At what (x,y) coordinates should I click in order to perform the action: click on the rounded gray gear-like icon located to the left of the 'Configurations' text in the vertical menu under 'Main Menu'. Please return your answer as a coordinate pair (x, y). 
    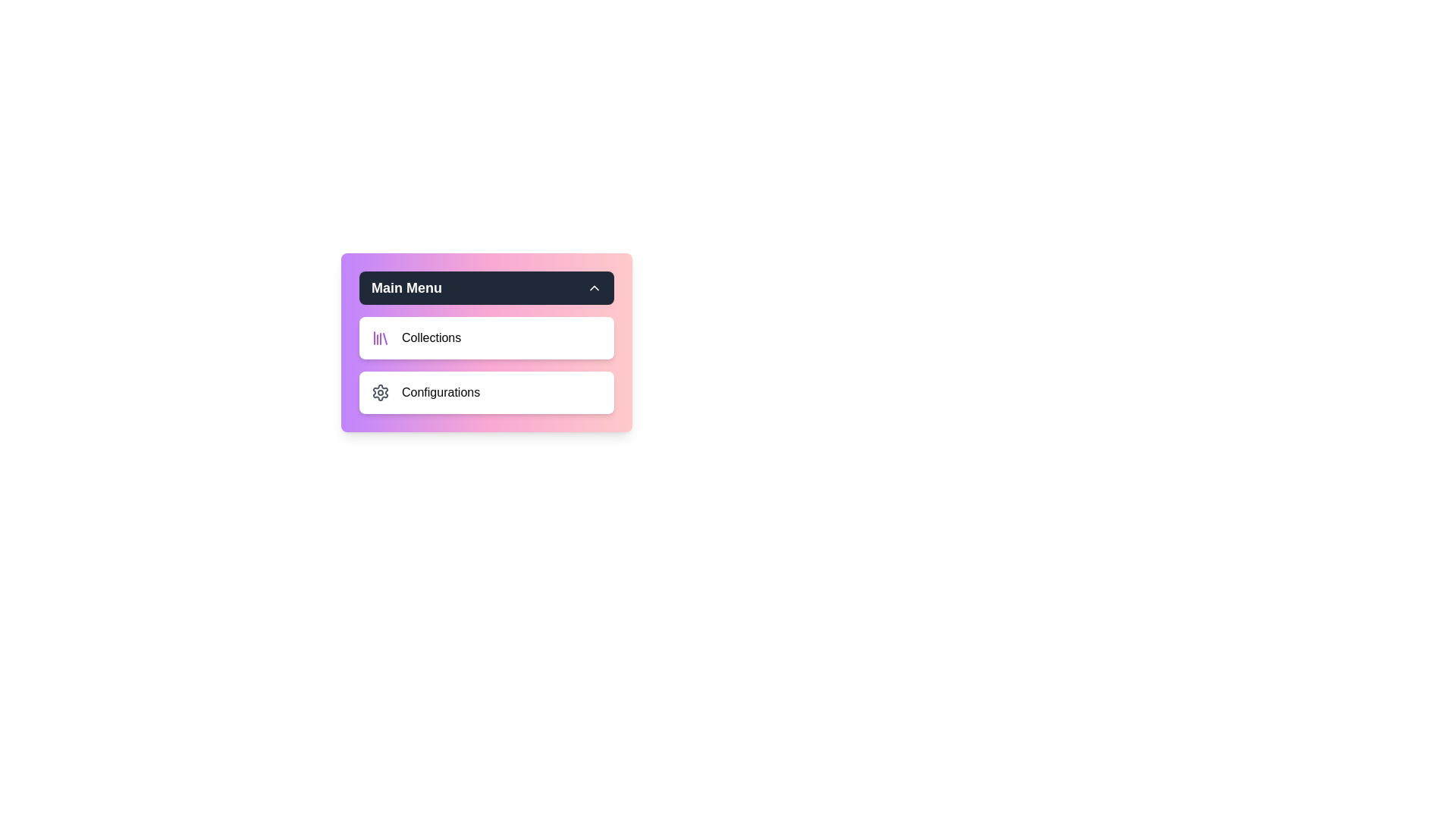
    Looking at the image, I should click on (381, 391).